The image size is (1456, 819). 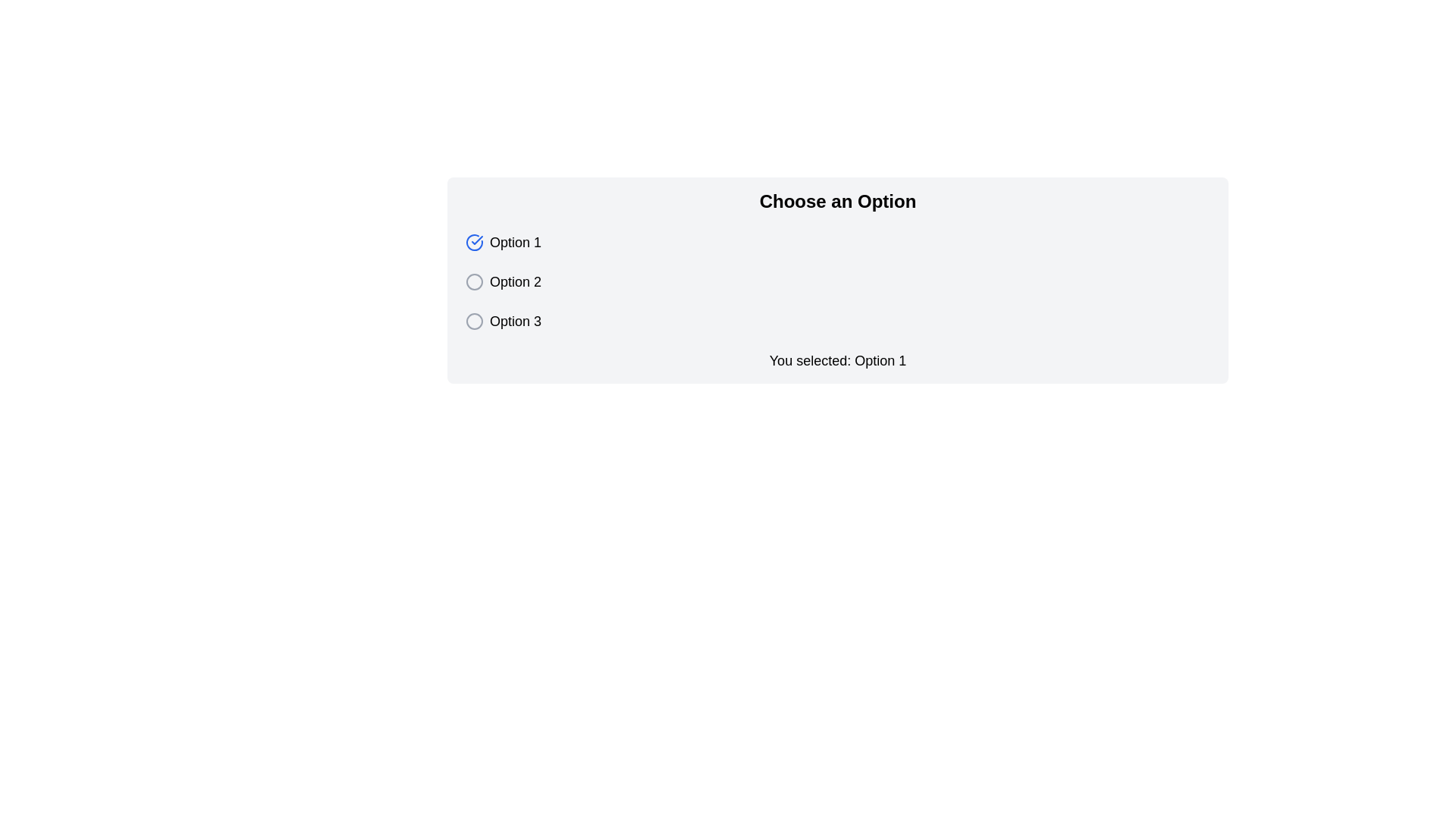 I want to click on the first selectable option's text label, which is located to the right of the checkbox indicator in the vertical list, so click(x=516, y=242).